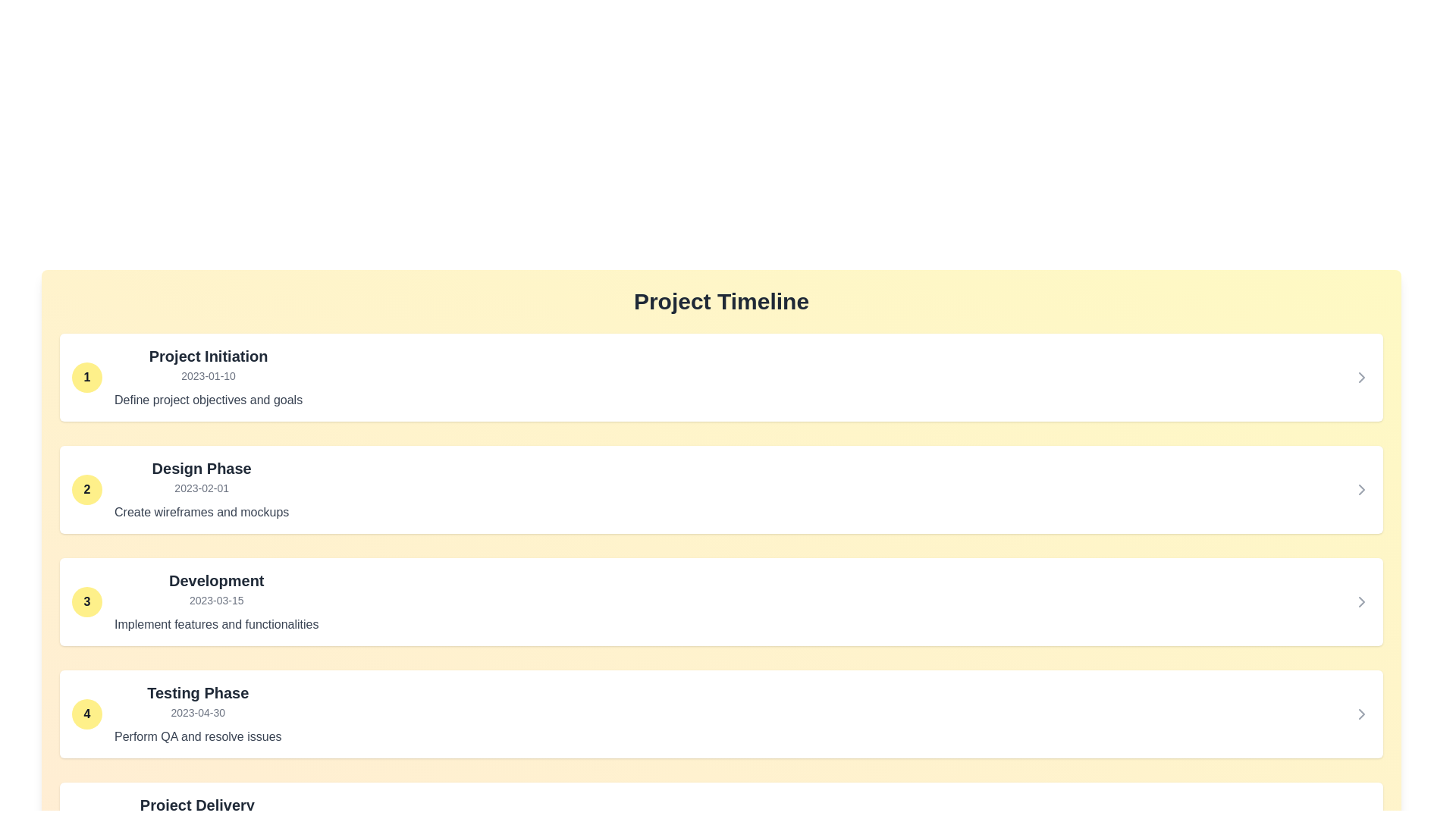  What do you see at coordinates (86, 376) in the screenshot?
I see `the circular button with a yellow background and bold black text '1', which is the first item in a list, positioned to the left of the 'Project Initiation' section` at bounding box center [86, 376].